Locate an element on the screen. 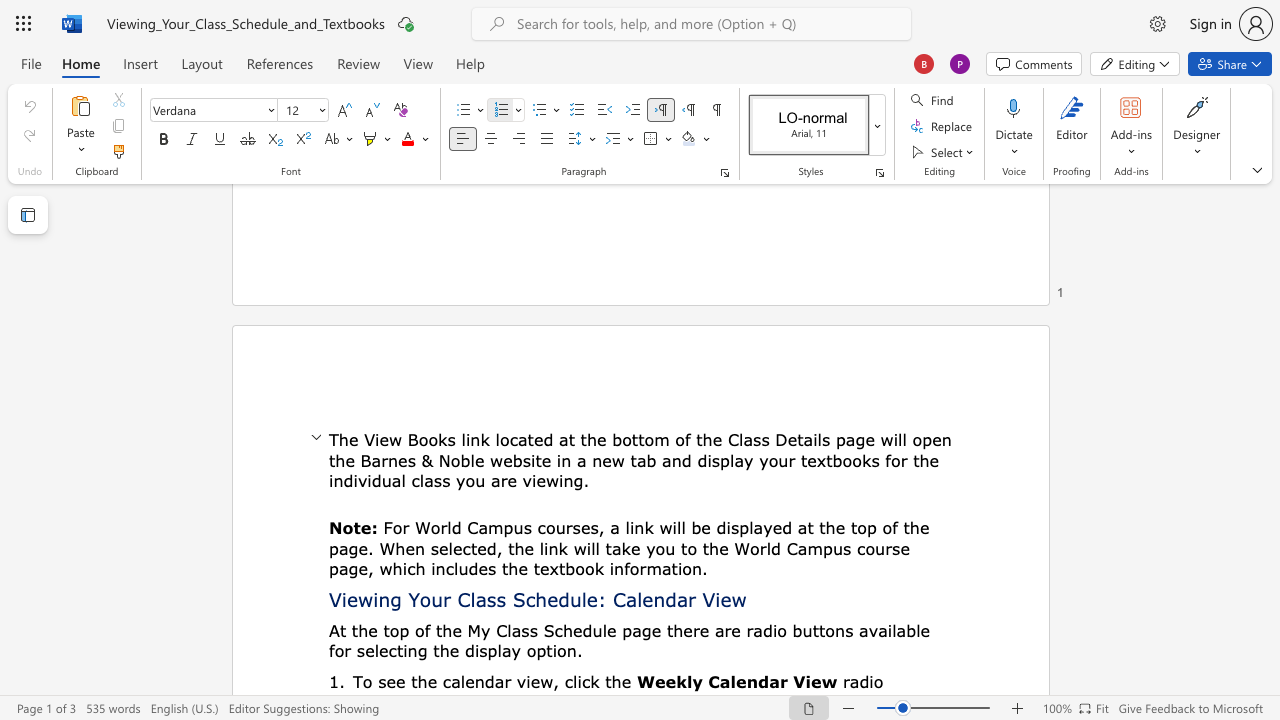 The height and width of the screenshot is (720, 1280). the 1th character "B" in the text is located at coordinates (412, 438).